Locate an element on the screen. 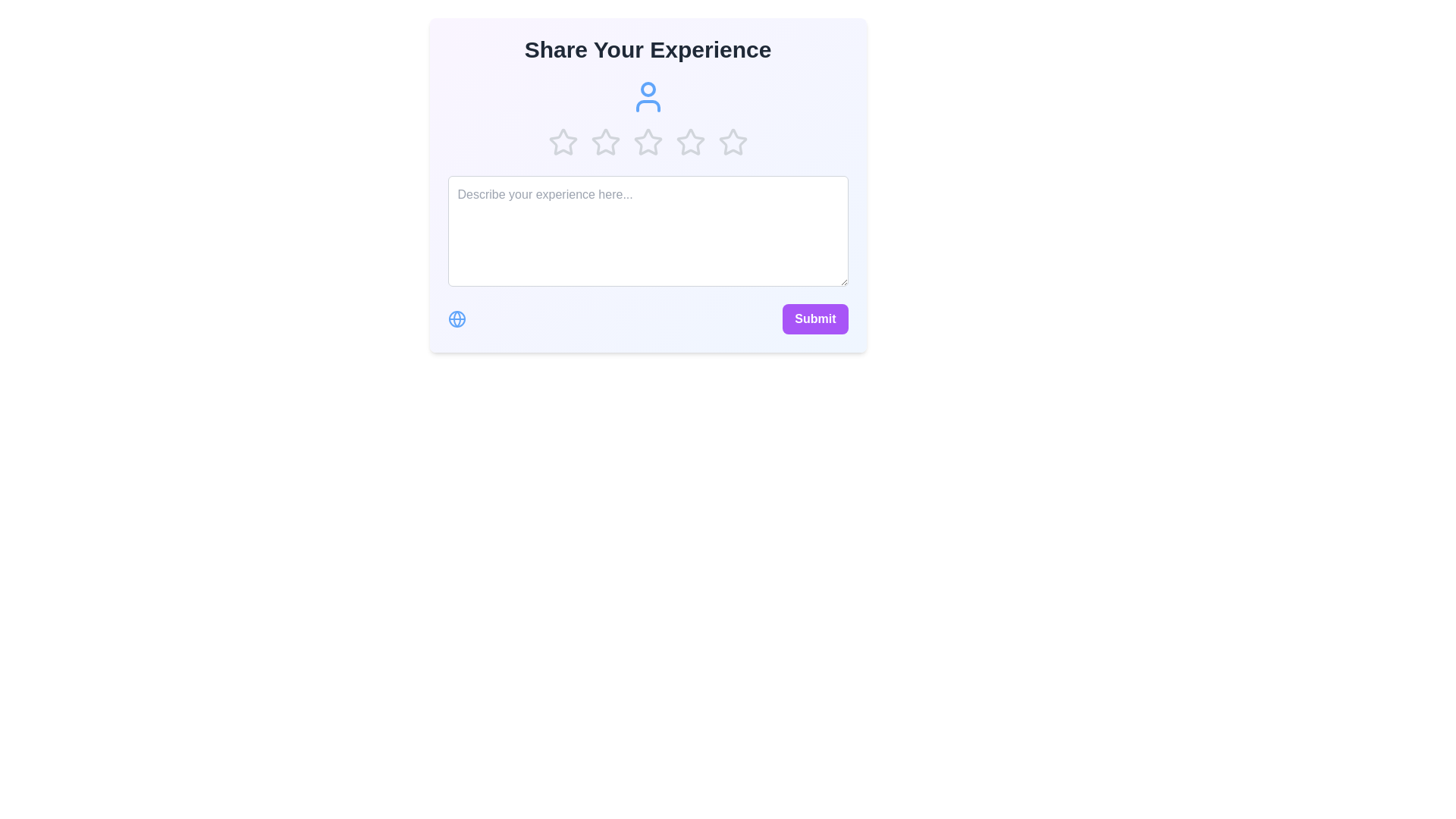 The image size is (1456, 819). the first star icon in the rating section is located at coordinates (562, 143).